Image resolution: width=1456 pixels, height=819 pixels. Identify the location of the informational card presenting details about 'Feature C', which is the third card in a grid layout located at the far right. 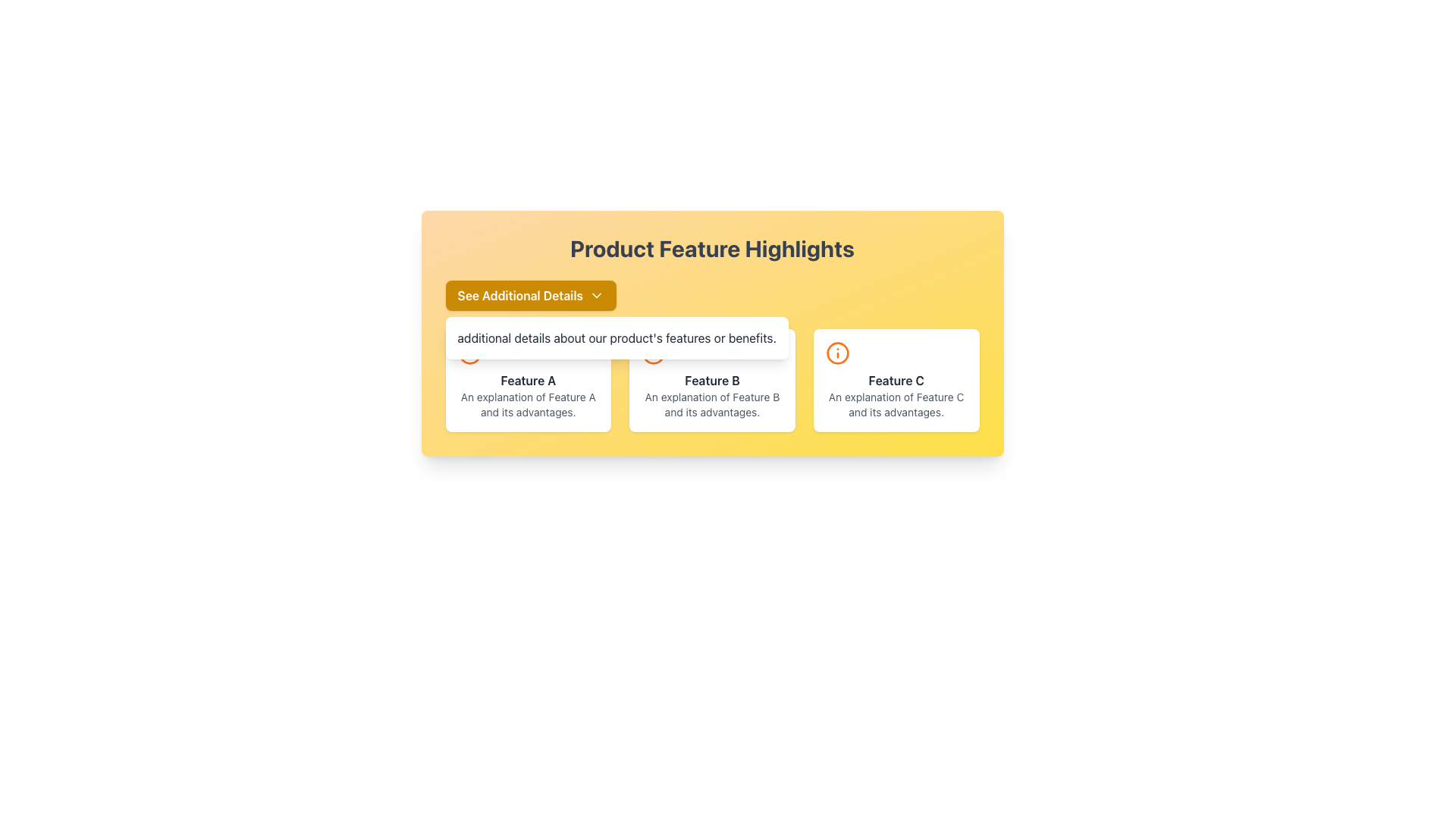
(896, 379).